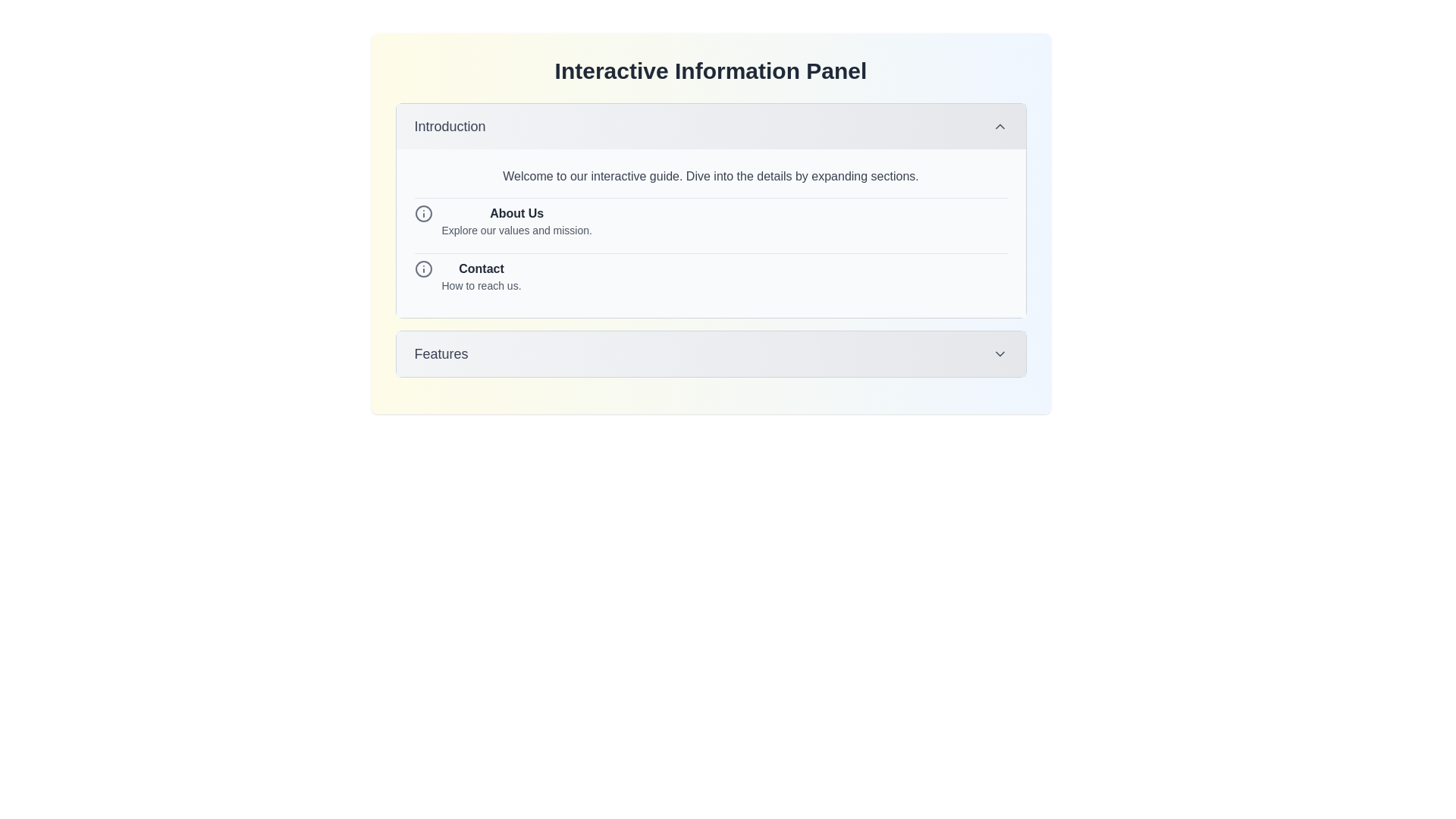 This screenshot has width=1456, height=819. Describe the element at coordinates (516, 221) in the screenshot. I see `the Text block providing an overview of the organization's values and mission, located in the middle section of the column layout under the 'Introduction' section` at that location.